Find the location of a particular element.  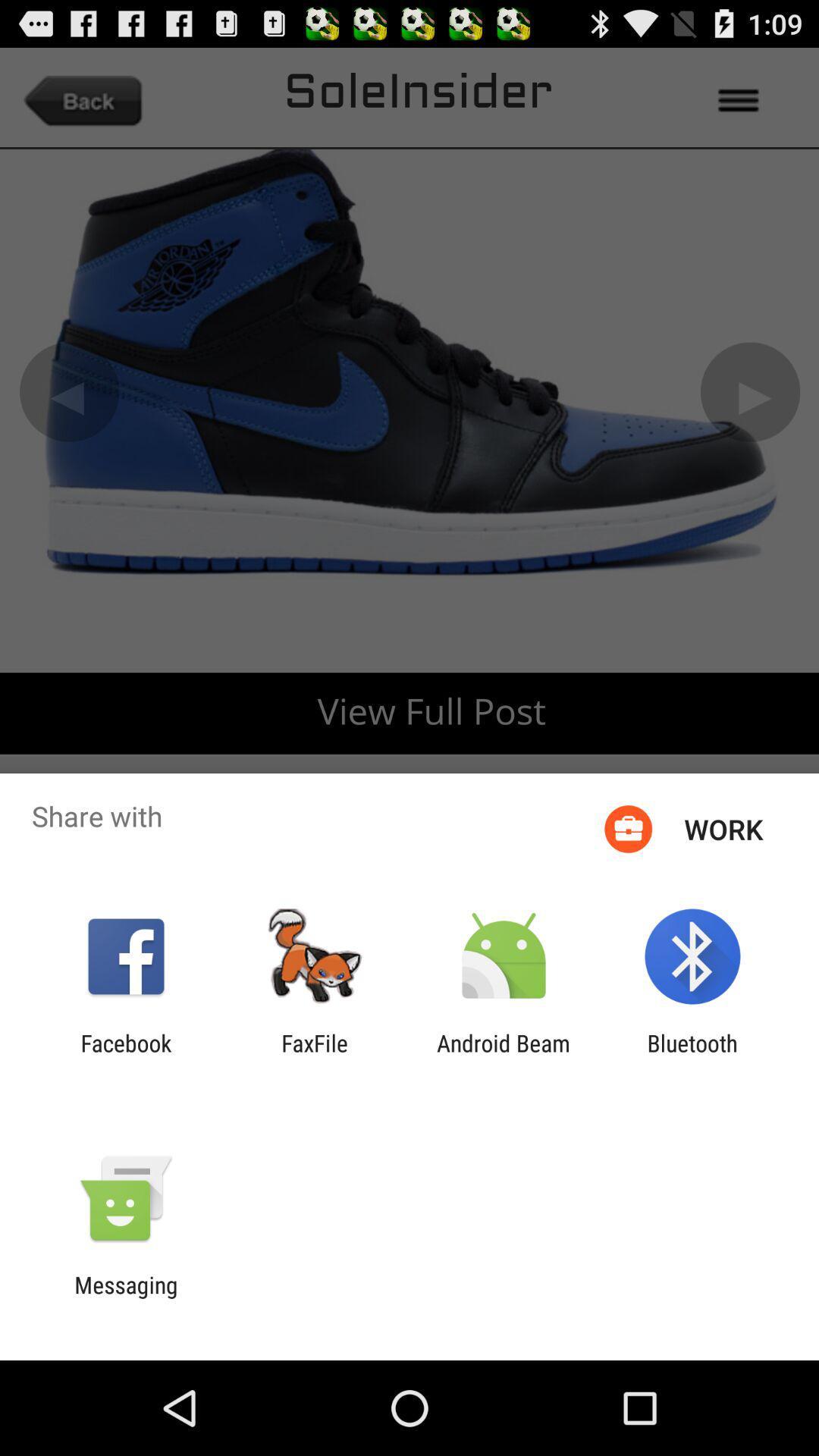

faxfile item is located at coordinates (314, 1056).